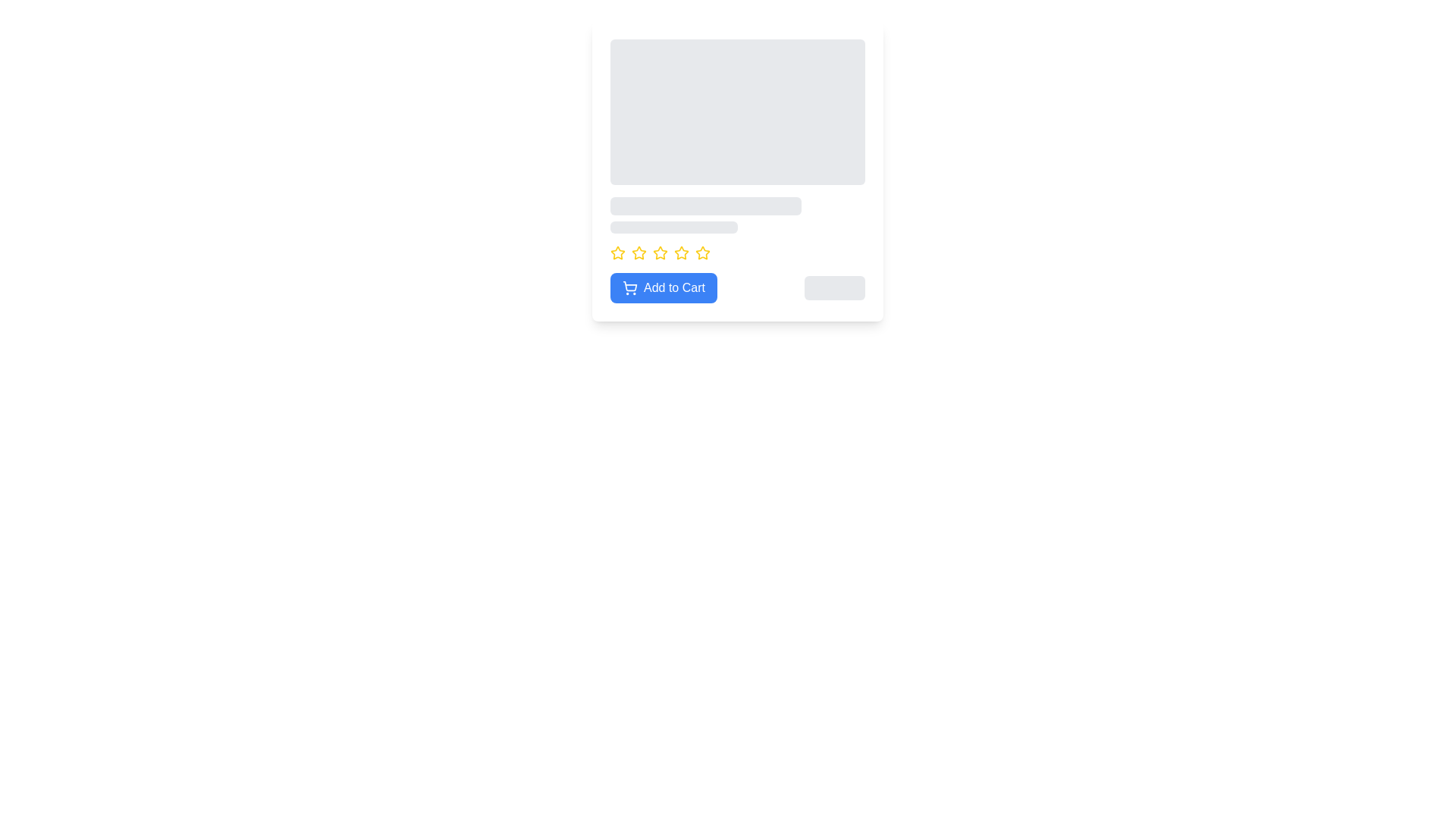  Describe the element at coordinates (664, 288) in the screenshot. I see `the 'Add to Cart' button located at the bottom-left of the card layout` at that location.